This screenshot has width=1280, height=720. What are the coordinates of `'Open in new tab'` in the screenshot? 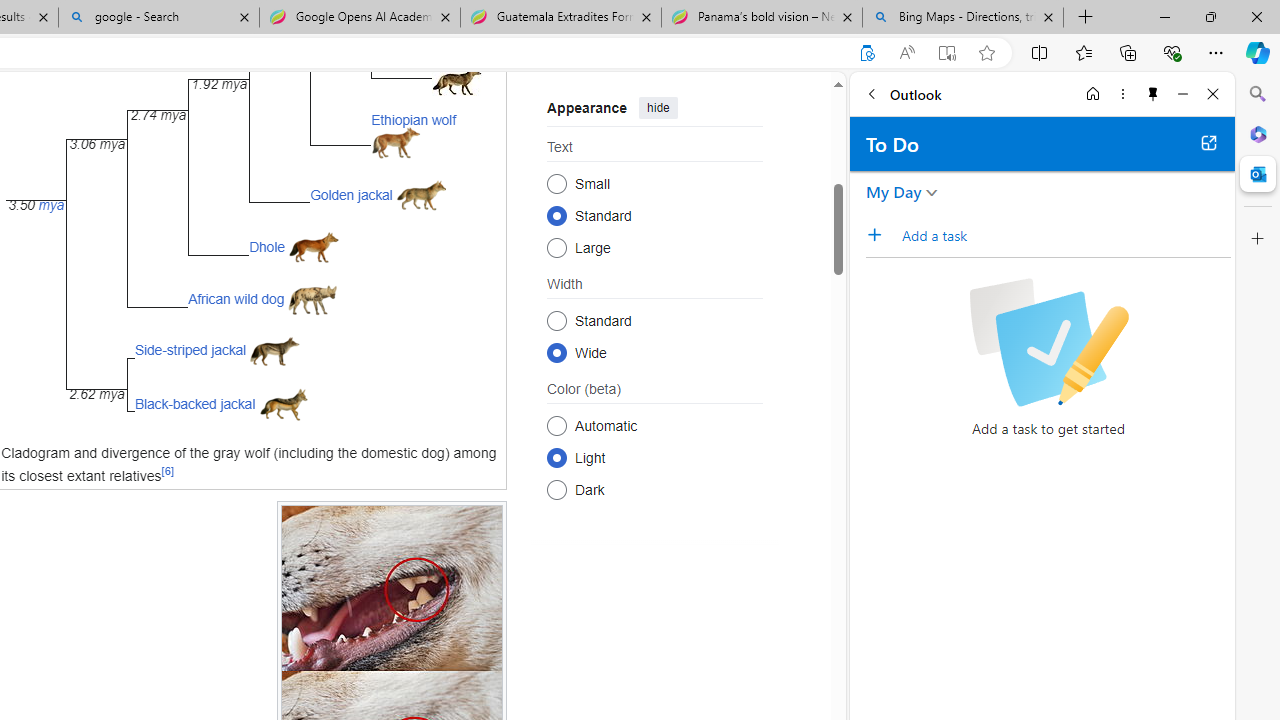 It's located at (1207, 141).